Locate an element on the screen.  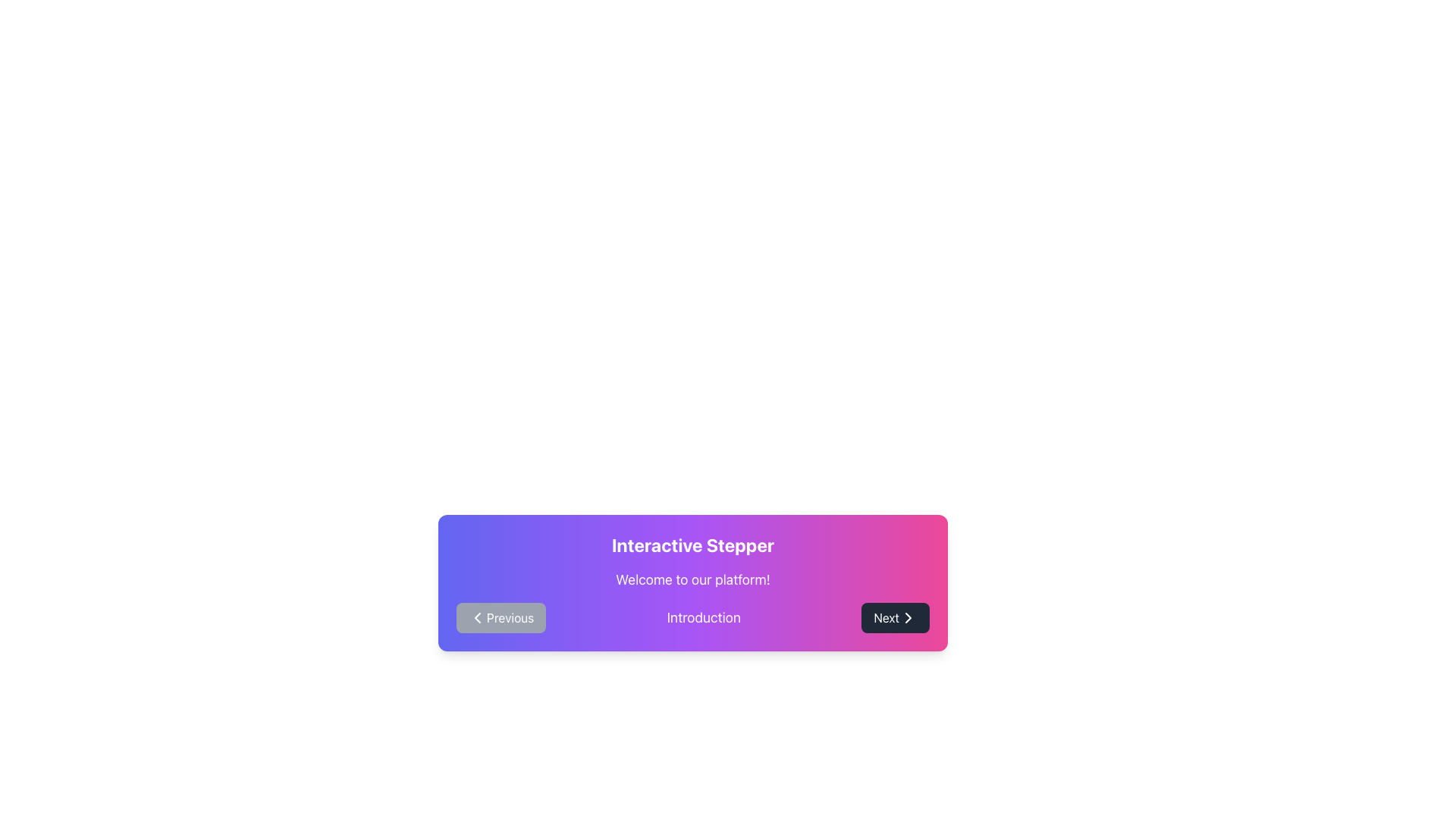
the bold, centrally aligned text header reading 'Interactive Stepper', which is styled with a clean white font against a gradient background transitioning from indigo through purple to pink is located at coordinates (692, 544).